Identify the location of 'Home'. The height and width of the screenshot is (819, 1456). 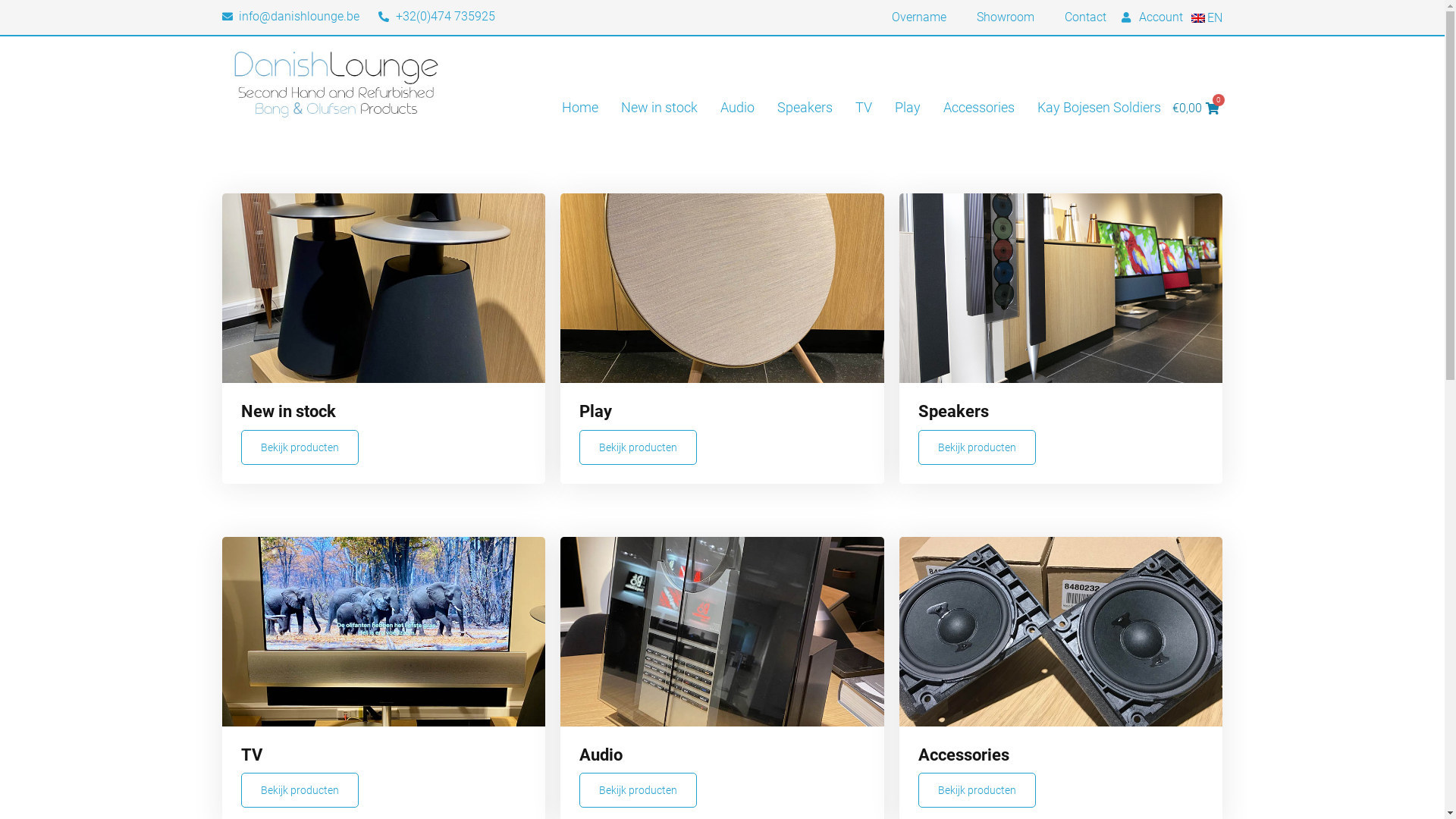
(579, 107).